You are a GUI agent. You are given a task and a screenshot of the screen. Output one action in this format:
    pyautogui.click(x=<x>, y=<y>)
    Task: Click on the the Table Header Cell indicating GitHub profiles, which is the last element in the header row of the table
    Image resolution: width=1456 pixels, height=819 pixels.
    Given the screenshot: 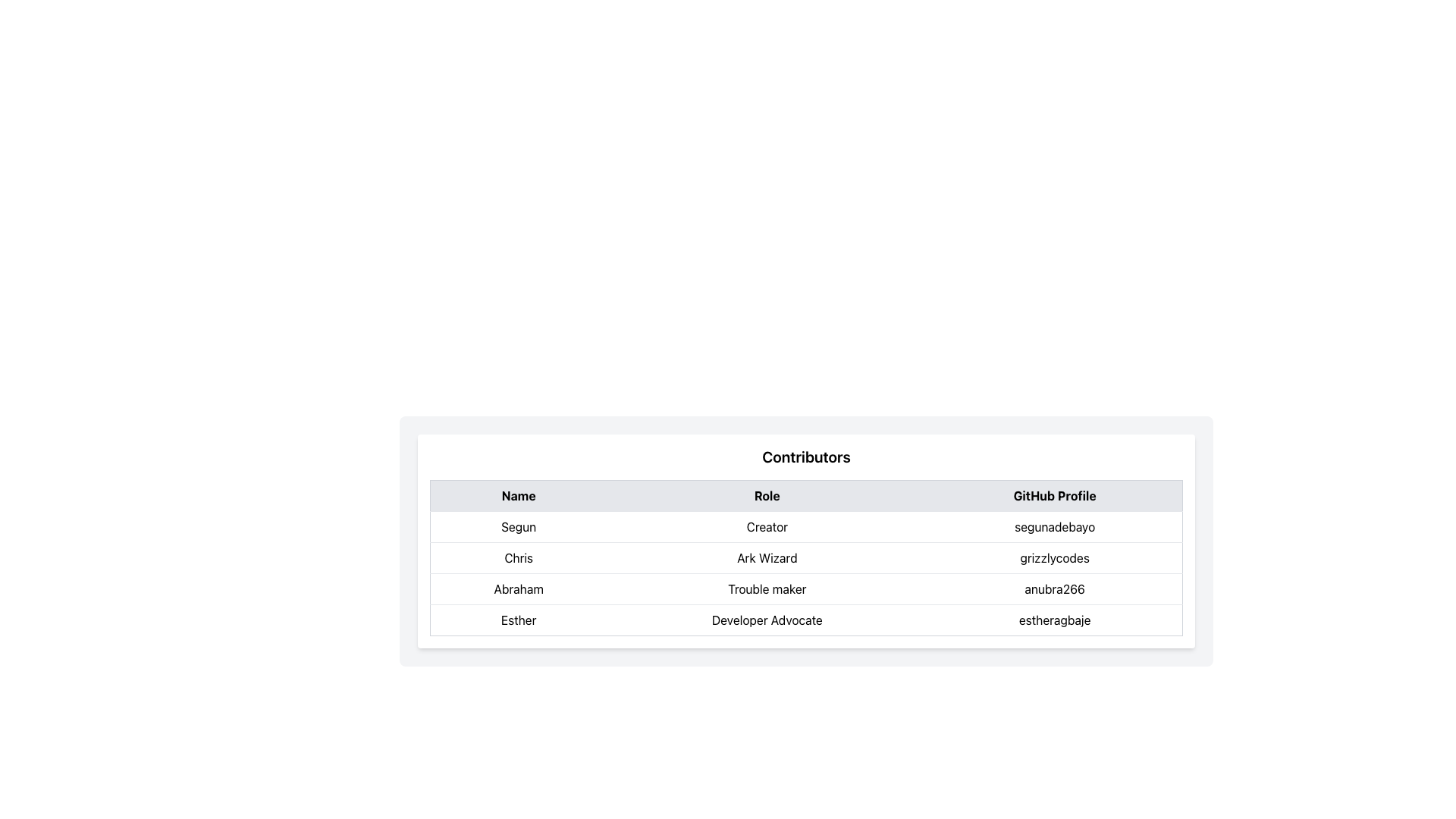 What is the action you would take?
    pyautogui.click(x=1054, y=496)
    